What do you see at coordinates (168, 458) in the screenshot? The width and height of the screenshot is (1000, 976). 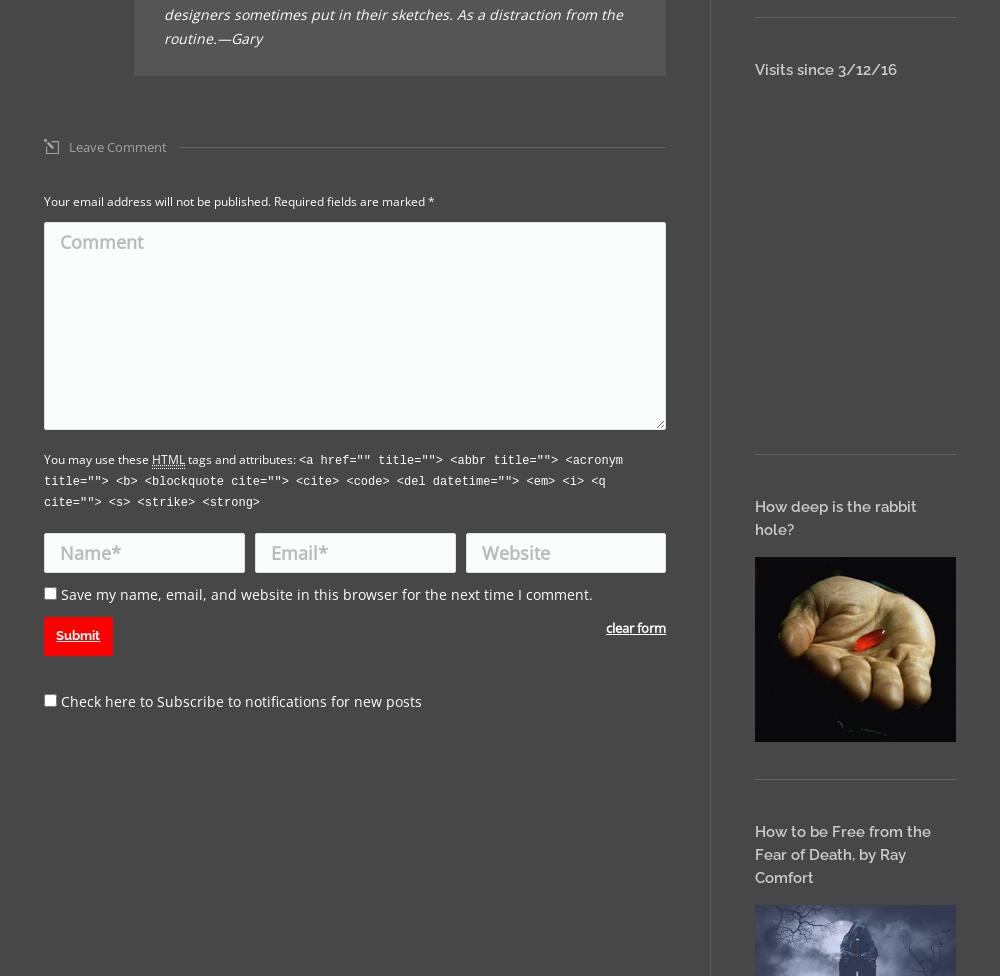 I see `'HTML'` at bounding box center [168, 458].